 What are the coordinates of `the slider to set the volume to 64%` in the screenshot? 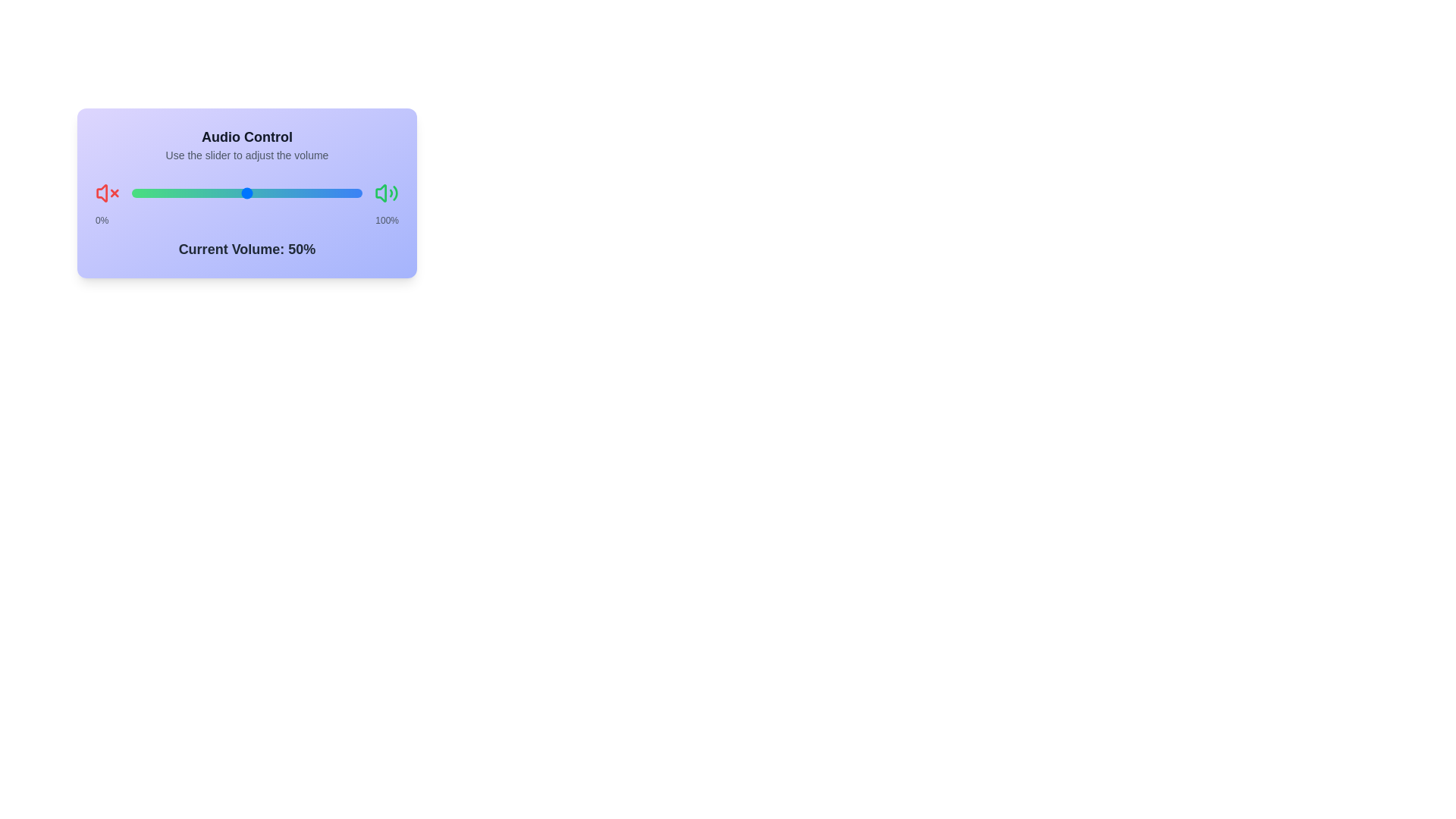 It's located at (131, 192).